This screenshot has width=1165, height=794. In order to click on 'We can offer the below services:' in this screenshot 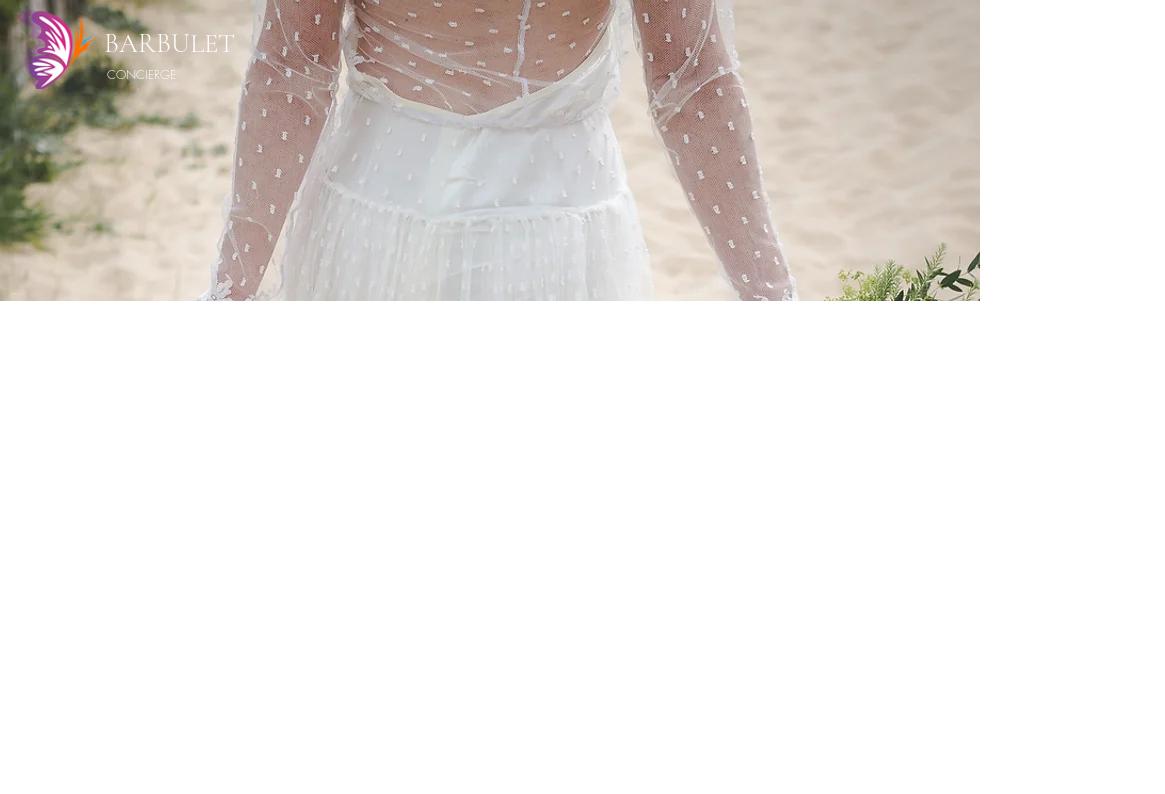, I will do `click(642, 469)`.